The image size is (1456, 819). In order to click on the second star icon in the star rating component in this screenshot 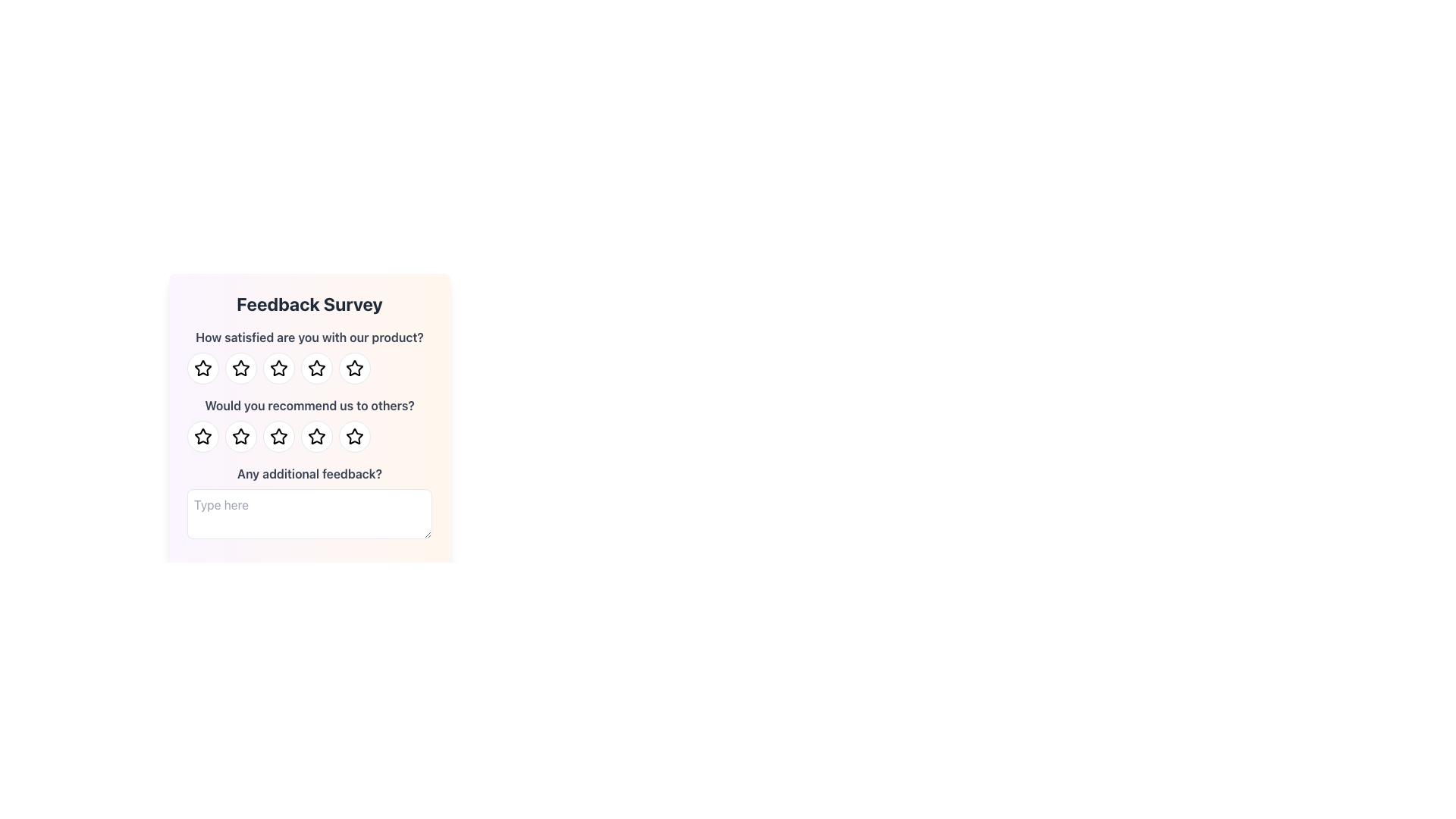, I will do `click(279, 369)`.